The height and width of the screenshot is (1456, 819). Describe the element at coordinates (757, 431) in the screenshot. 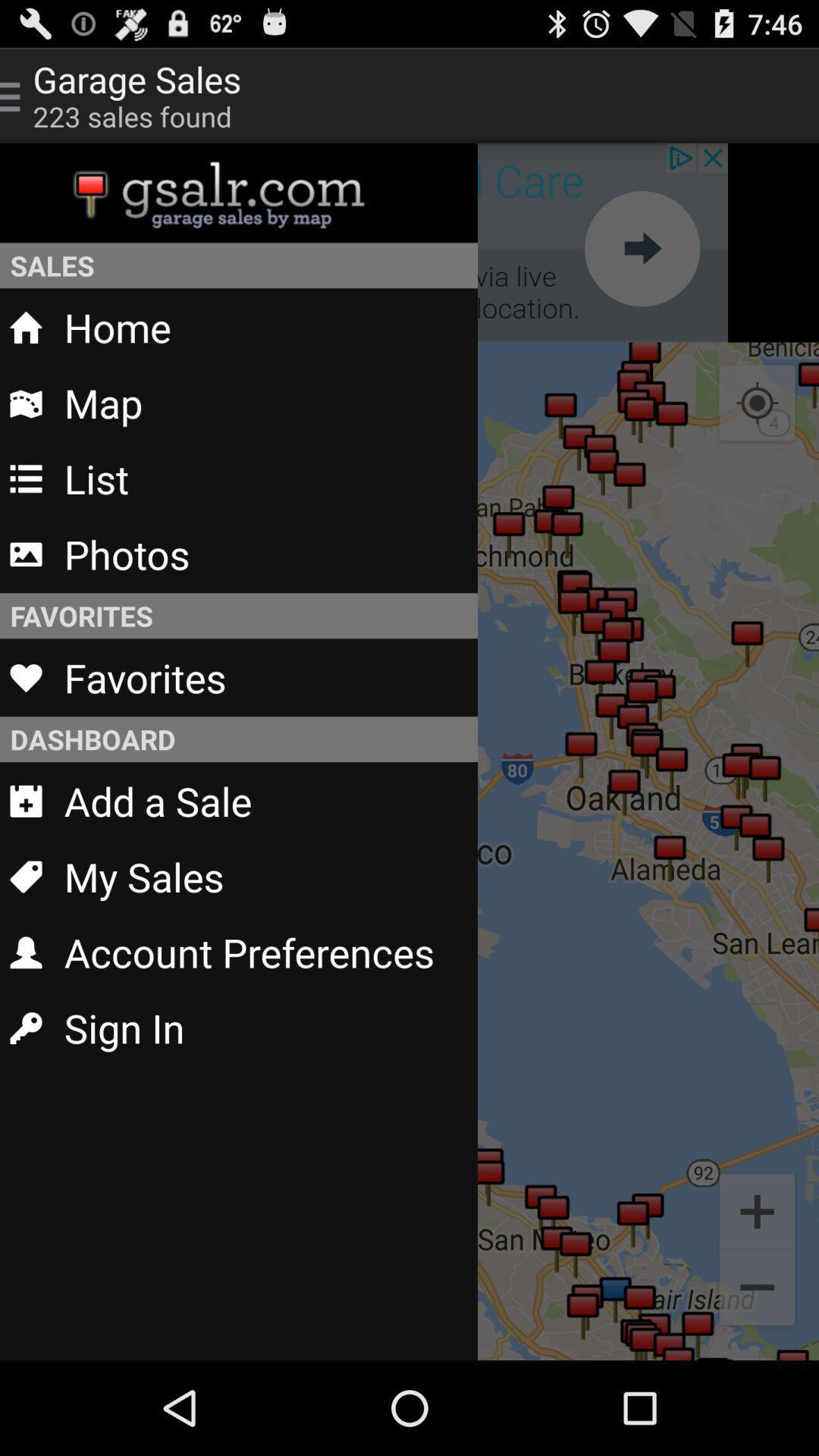

I see `the location_crosshair icon` at that location.